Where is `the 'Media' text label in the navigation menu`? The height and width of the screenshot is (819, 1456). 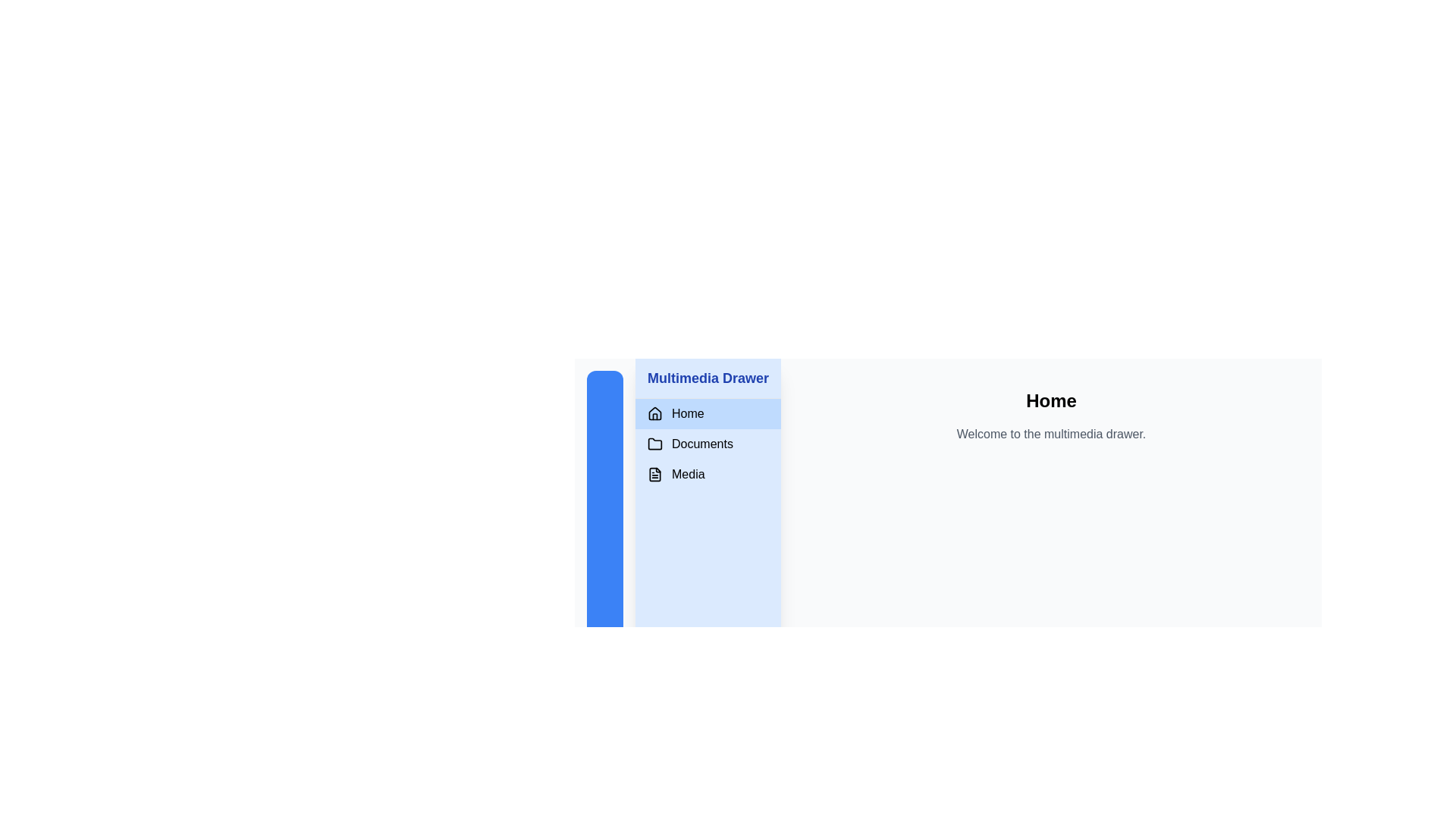
the 'Media' text label in the navigation menu is located at coordinates (687, 473).